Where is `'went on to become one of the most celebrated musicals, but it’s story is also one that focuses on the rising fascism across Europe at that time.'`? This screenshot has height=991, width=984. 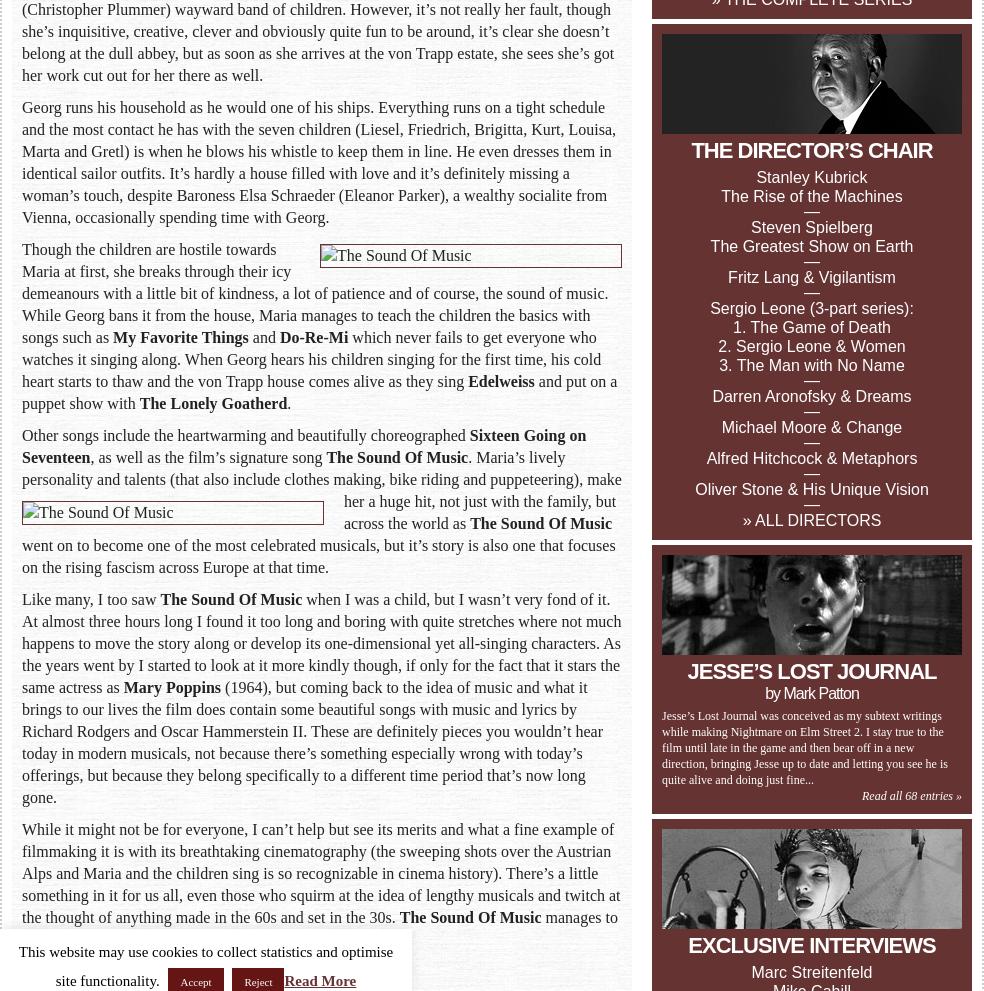
'went on to become one of the most celebrated musicals, but it’s story is also one that focuses on the rising fascism across Europe at that time.' is located at coordinates (317, 555).